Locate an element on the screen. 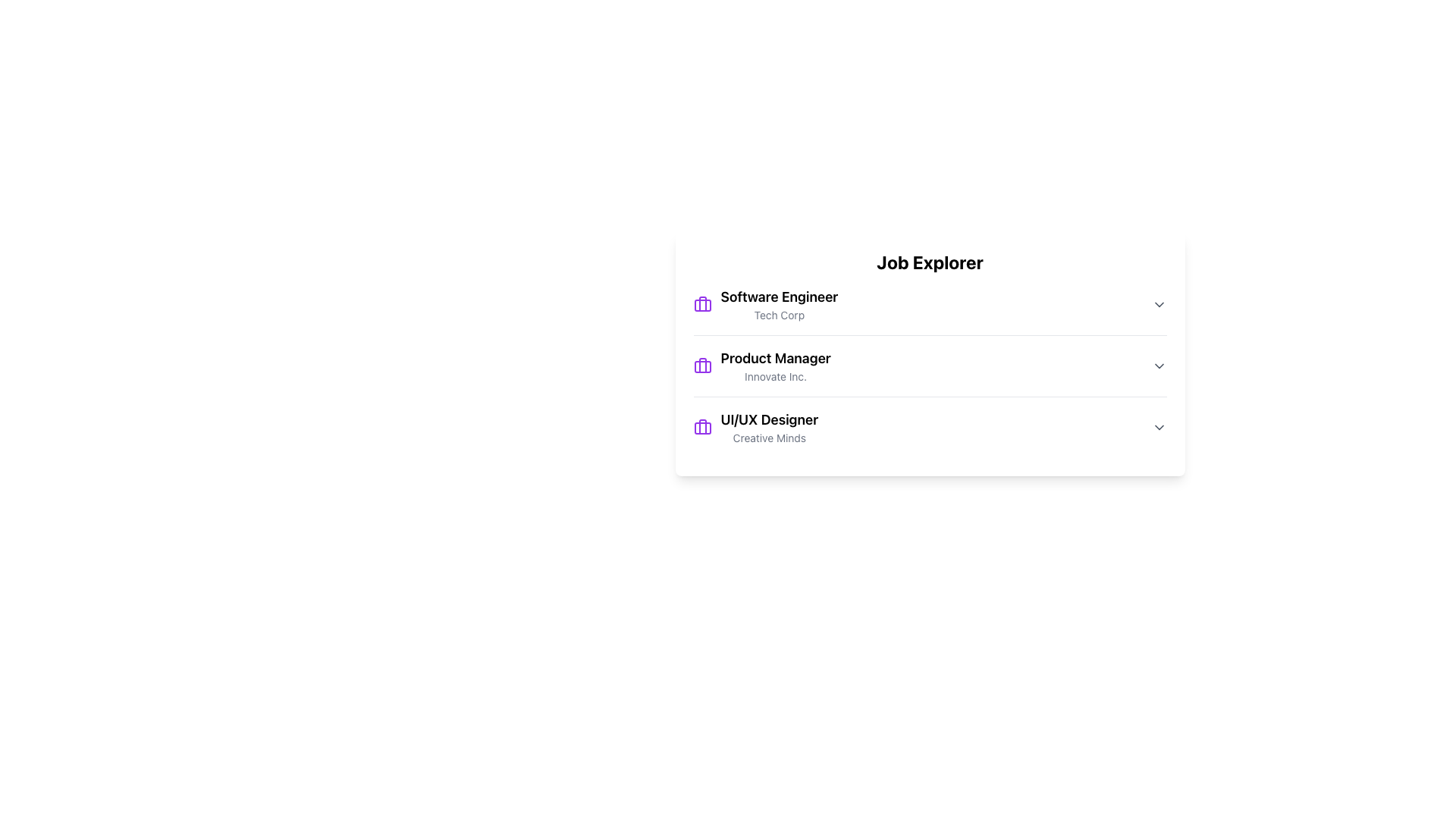 Image resolution: width=1456 pixels, height=819 pixels. the small, purple-colored briefcase icon located to the left of the text 'Product Manager Innovate Inc.' in the middle segment of a vertical list of job roles is located at coordinates (701, 366).